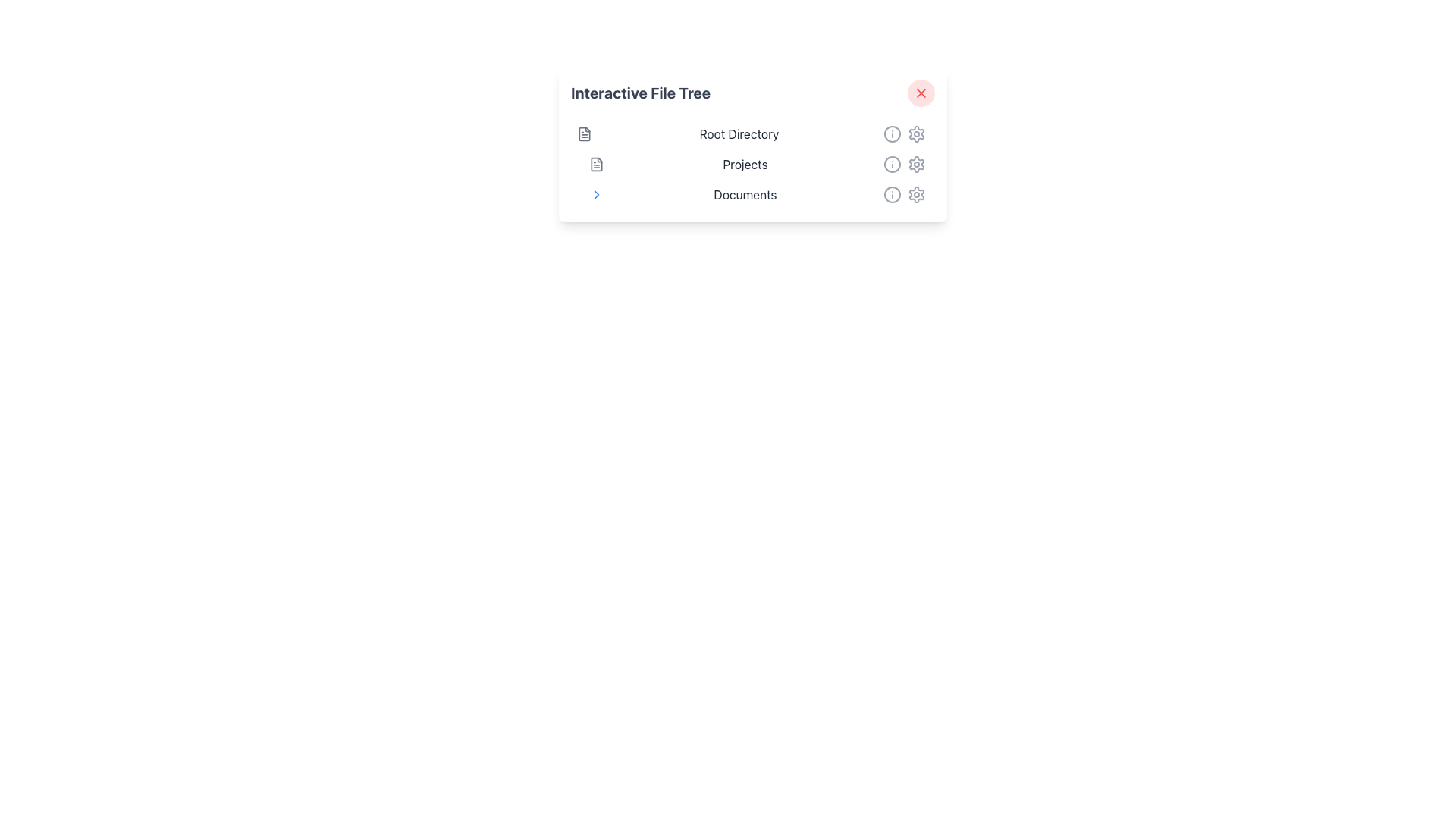 Image resolution: width=1456 pixels, height=819 pixels. What do you see at coordinates (916, 164) in the screenshot?
I see `the Icon Button located at the rightmost position within the 'Projects' row, which provides access to settings or configurations related to 'Projects'` at bounding box center [916, 164].